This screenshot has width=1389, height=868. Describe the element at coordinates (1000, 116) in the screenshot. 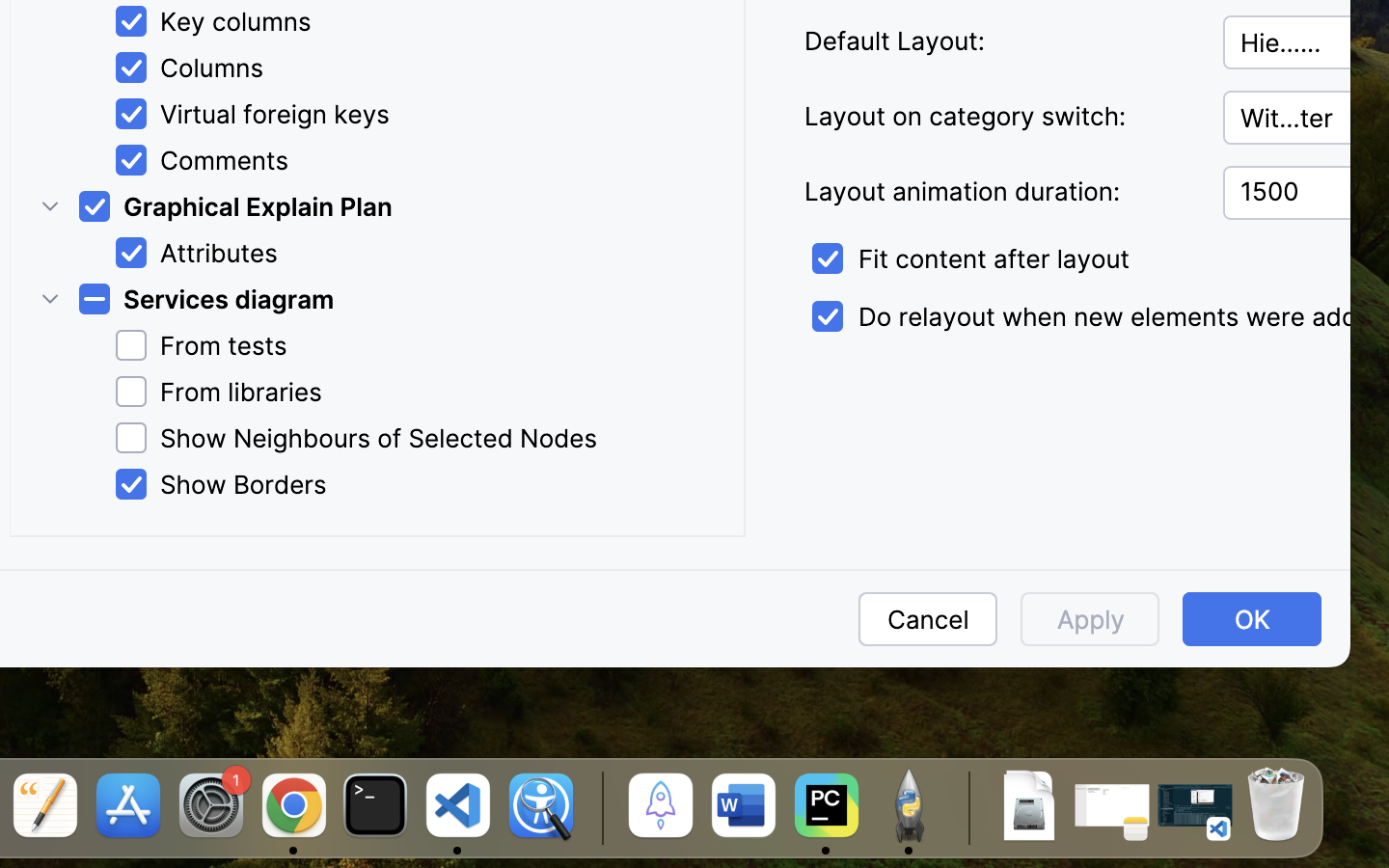

I see `'Layout on category switch:'` at that location.